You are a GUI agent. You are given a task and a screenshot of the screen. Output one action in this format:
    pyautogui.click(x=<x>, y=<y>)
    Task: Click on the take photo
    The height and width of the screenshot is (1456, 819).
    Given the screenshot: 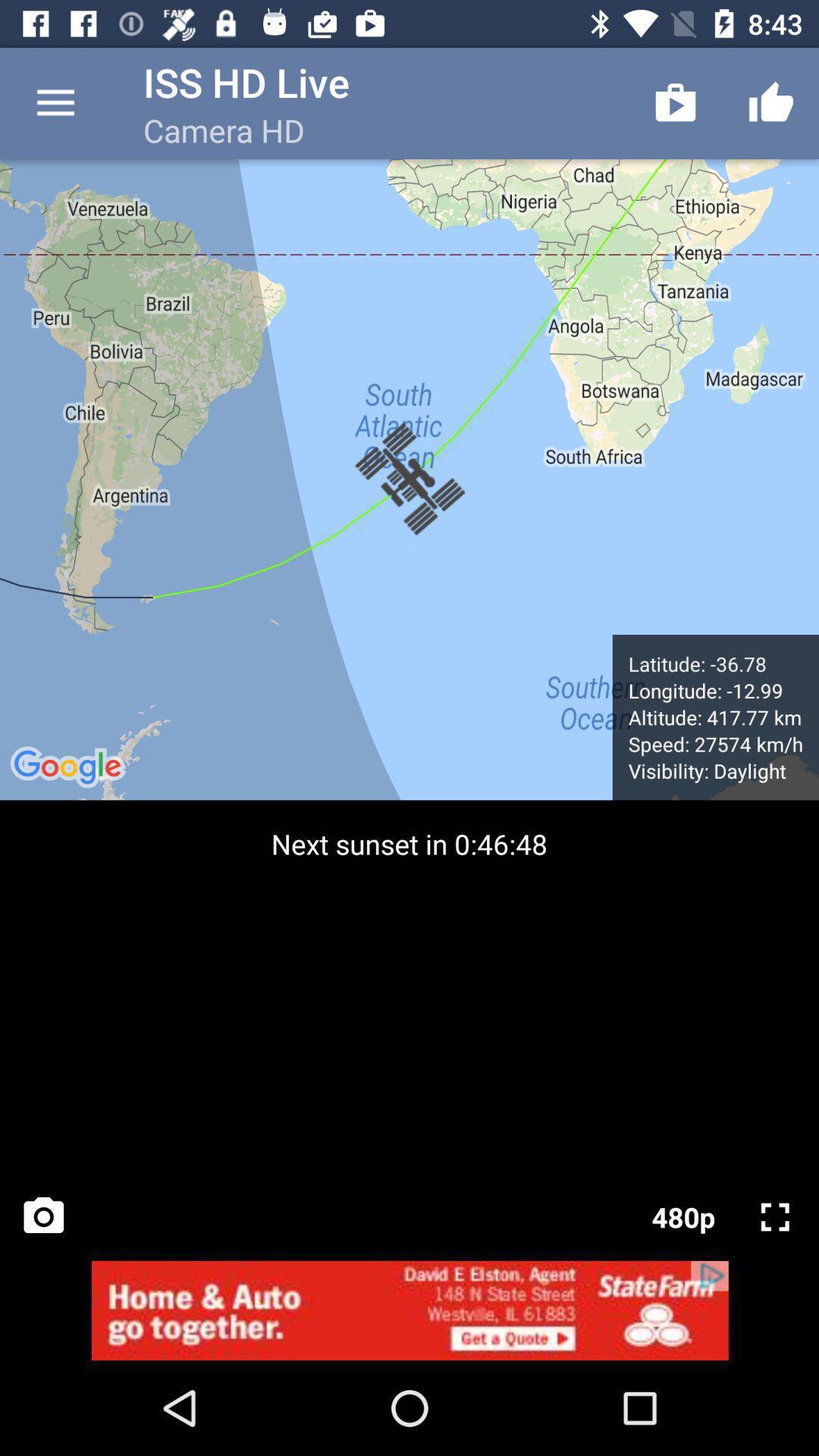 What is the action you would take?
    pyautogui.click(x=42, y=1216)
    